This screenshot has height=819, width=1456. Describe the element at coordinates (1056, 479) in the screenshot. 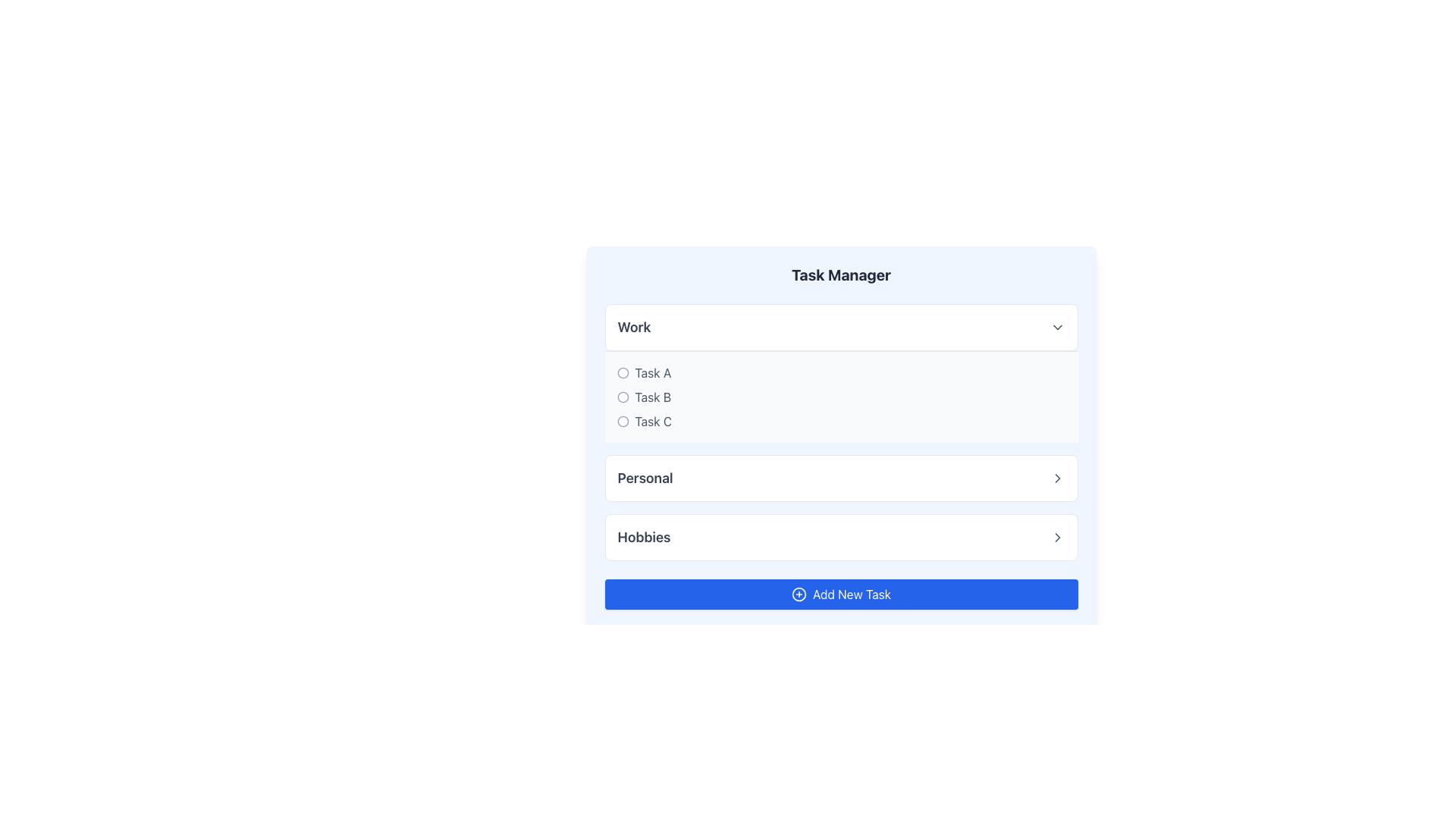

I see `the right-facing chevron icon in the 'Personal' section of the Task Manager interface` at that location.